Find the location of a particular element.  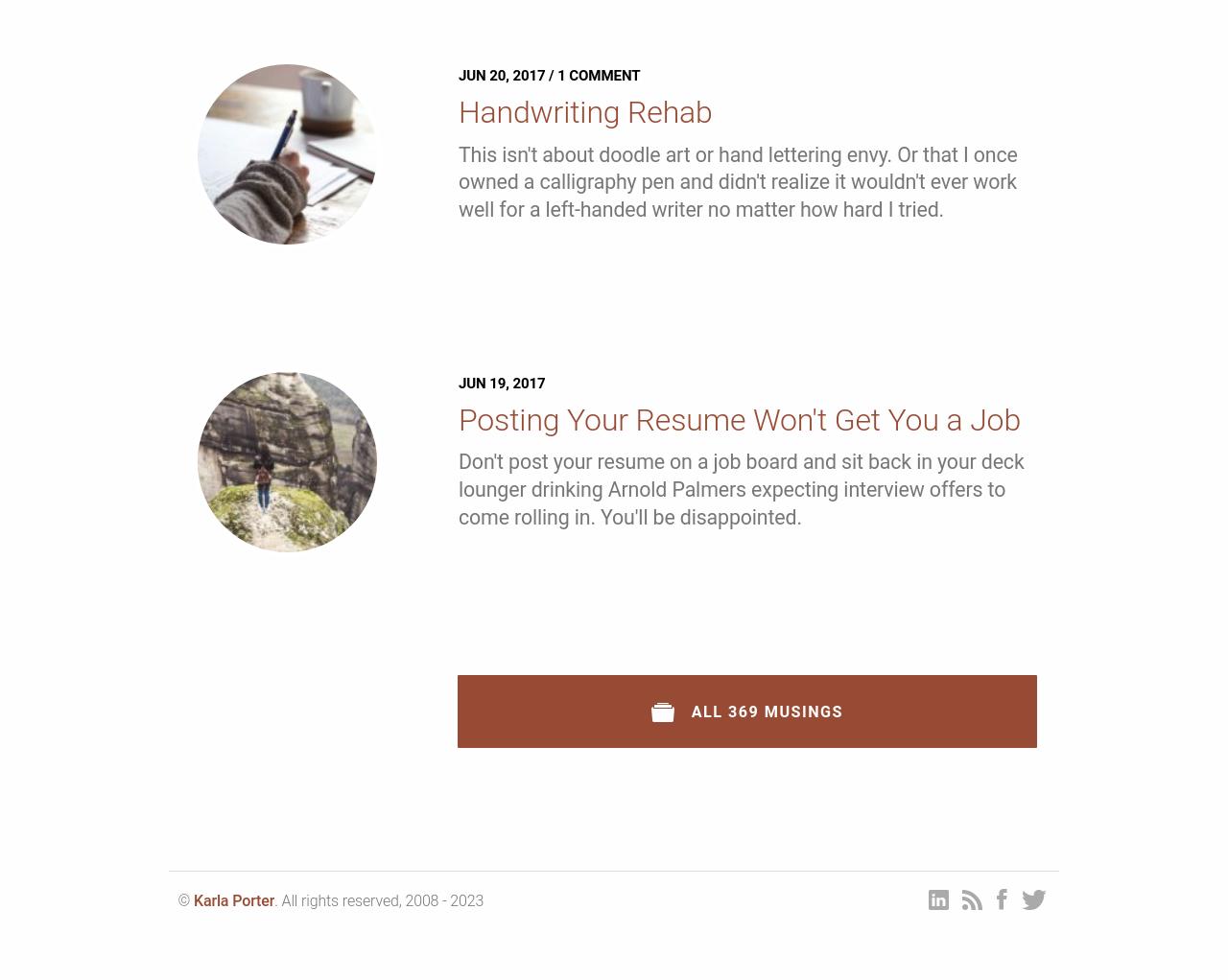

'Jun 19, 2017' is located at coordinates (501, 381).